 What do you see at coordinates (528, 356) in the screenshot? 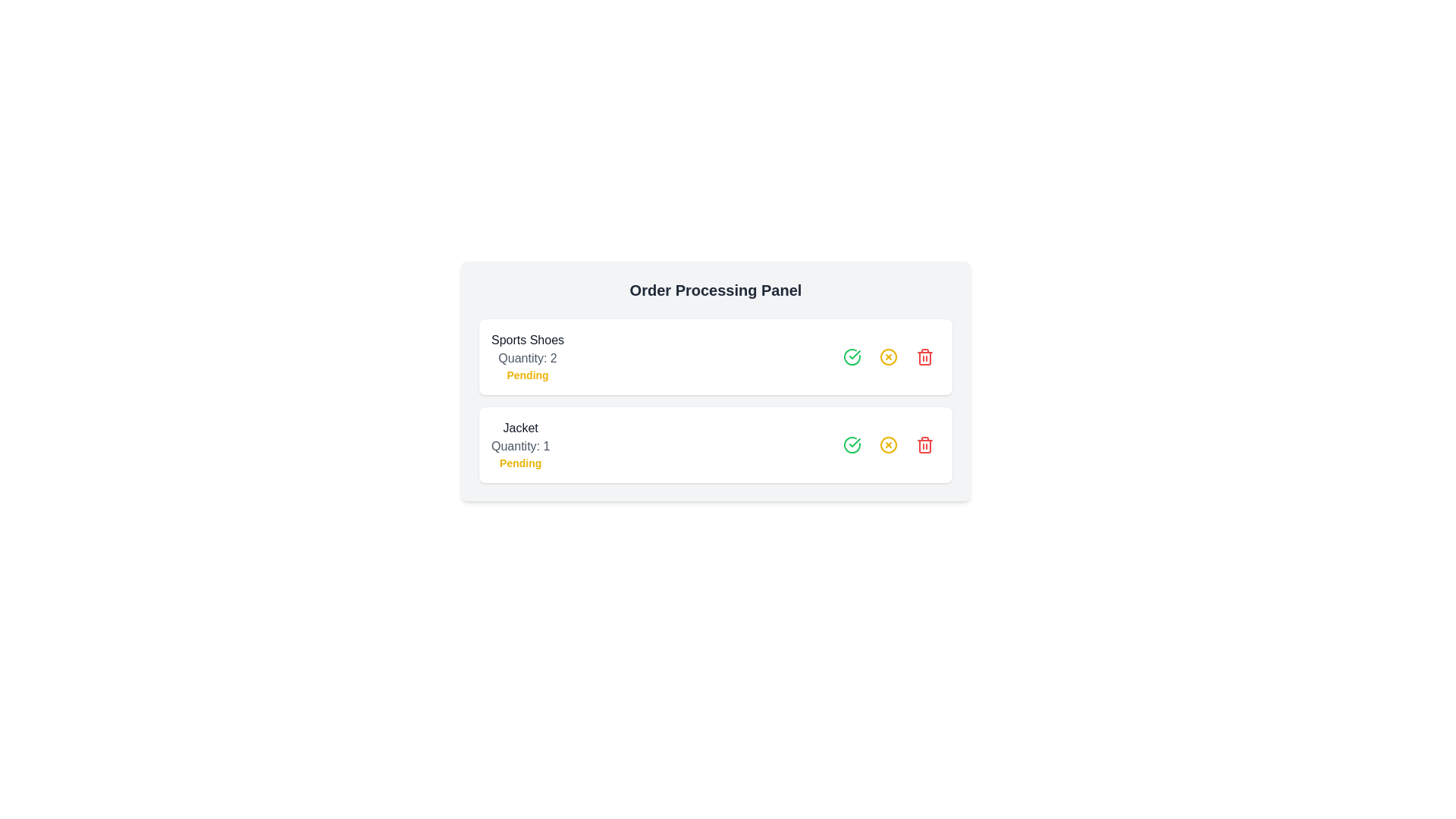
I see `the Text display component that shows 'Sports Shoes', 'Quantity: 2', and 'Pending', which is positioned in the first row of the order processing panel` at bounding box center [528, 356].